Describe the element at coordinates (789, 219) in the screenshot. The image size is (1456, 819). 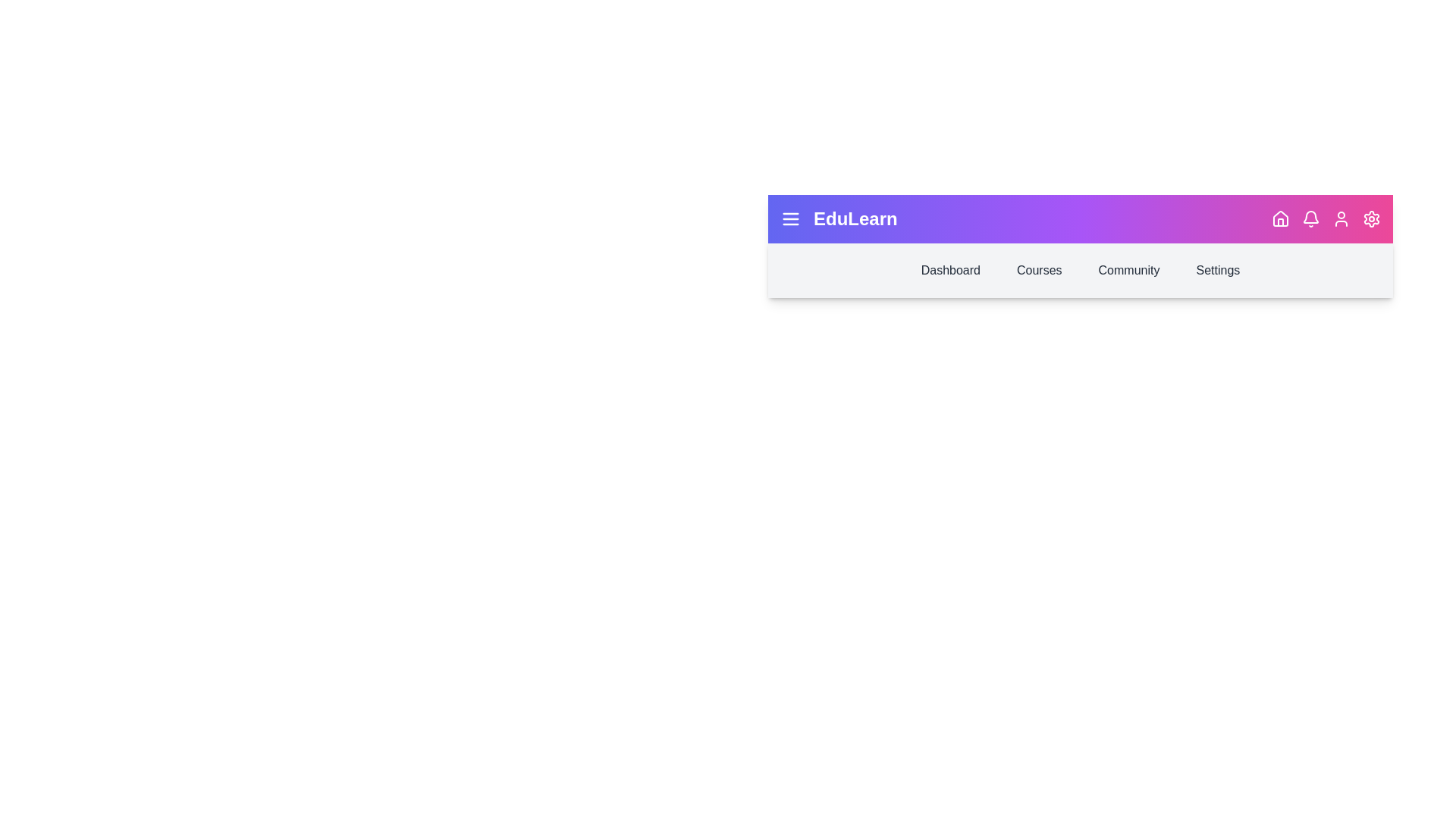
I see `the menu icon to toggle the dropdown menu` at that location.